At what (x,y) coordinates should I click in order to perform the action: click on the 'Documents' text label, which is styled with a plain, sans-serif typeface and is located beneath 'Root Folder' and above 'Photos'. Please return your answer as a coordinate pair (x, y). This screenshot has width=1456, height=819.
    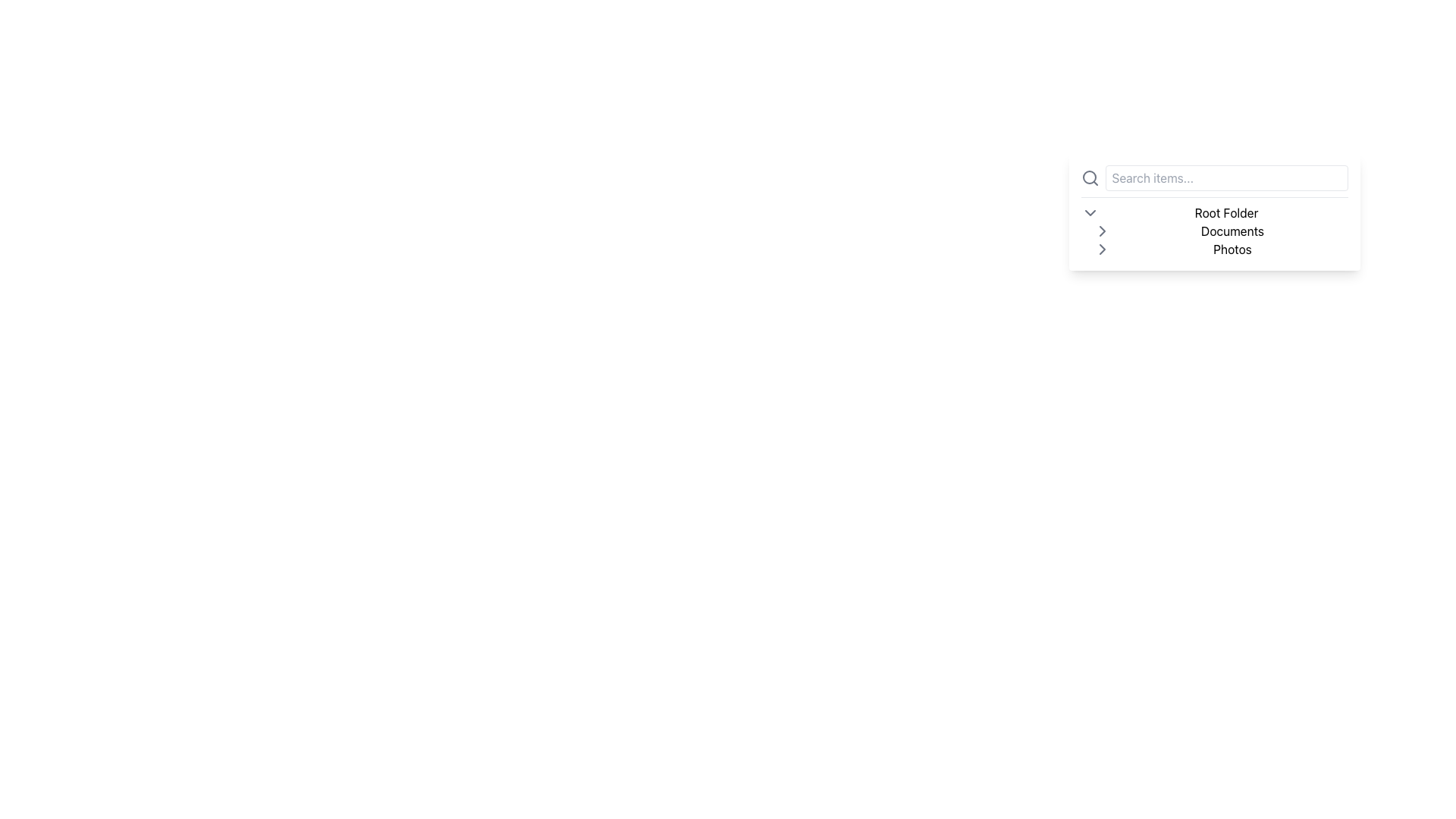
    Looking at the image, I should click on (1232, 231).